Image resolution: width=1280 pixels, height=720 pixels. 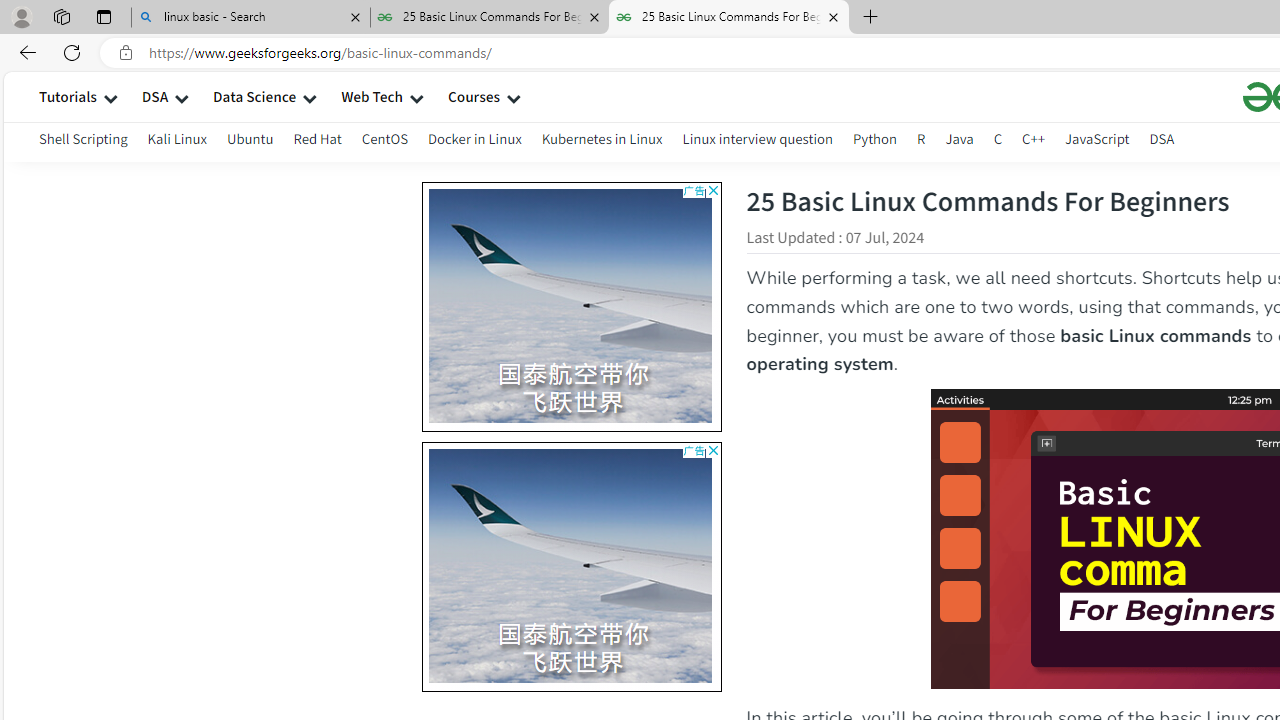 I want to click on 'Courses', so click(x=473, y=96).